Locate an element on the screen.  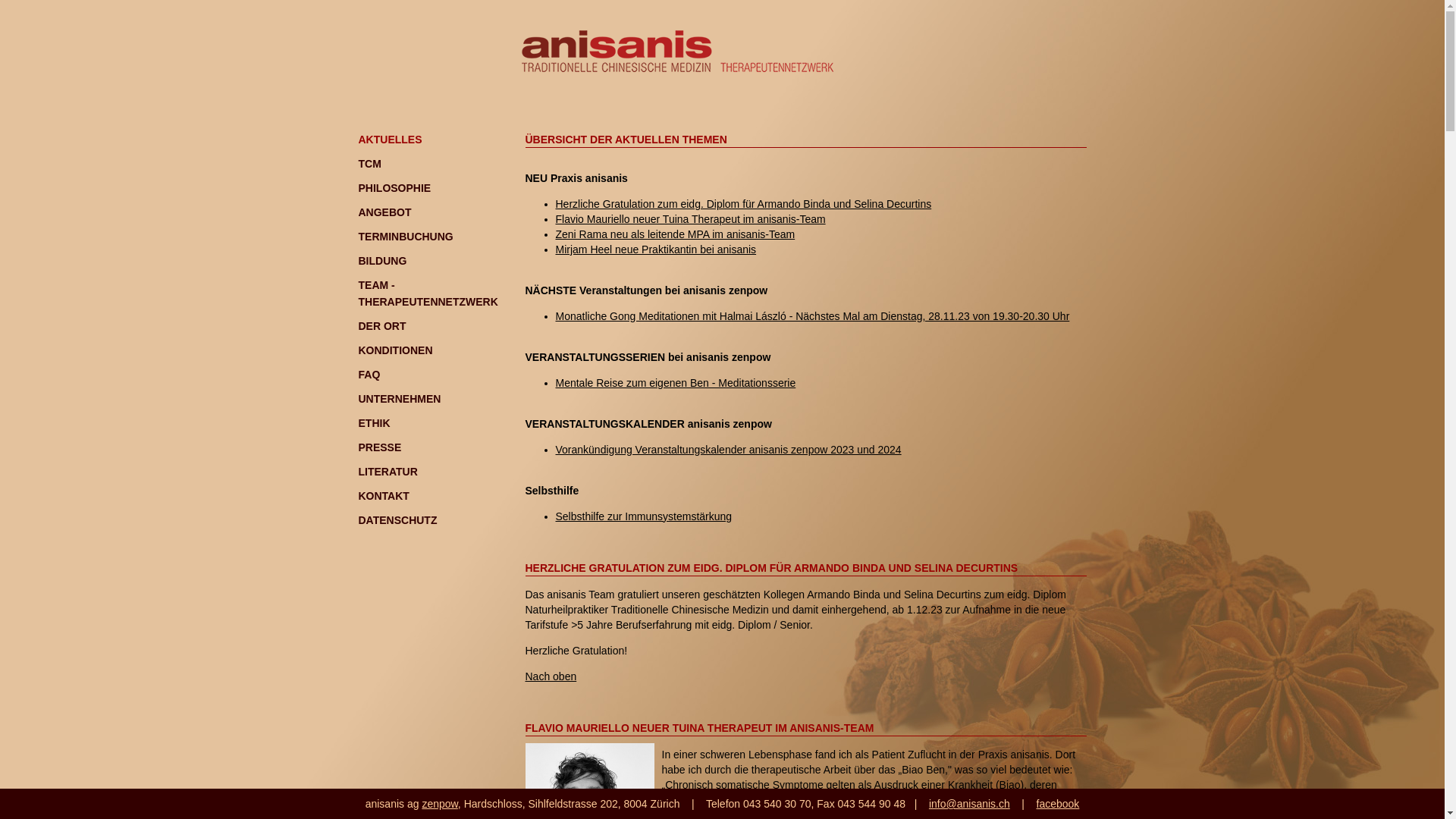
'DATENSCHUTZ' is located at coordinates (397, 519).